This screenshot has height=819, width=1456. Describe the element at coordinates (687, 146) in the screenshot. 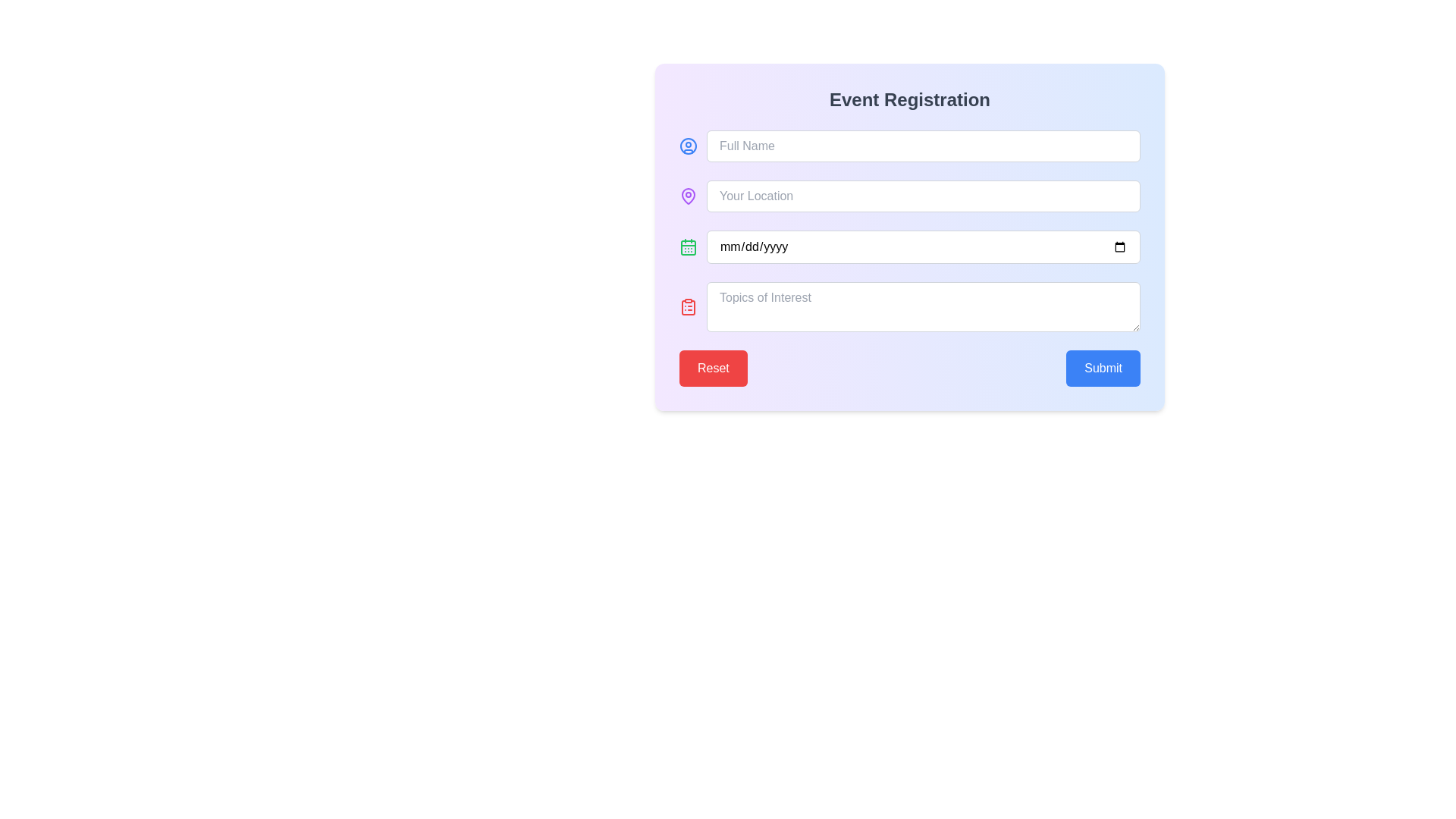

I see `the circular graphical icon with a blue outline representing a user profile, located at the top-left of the form layout` at that location.